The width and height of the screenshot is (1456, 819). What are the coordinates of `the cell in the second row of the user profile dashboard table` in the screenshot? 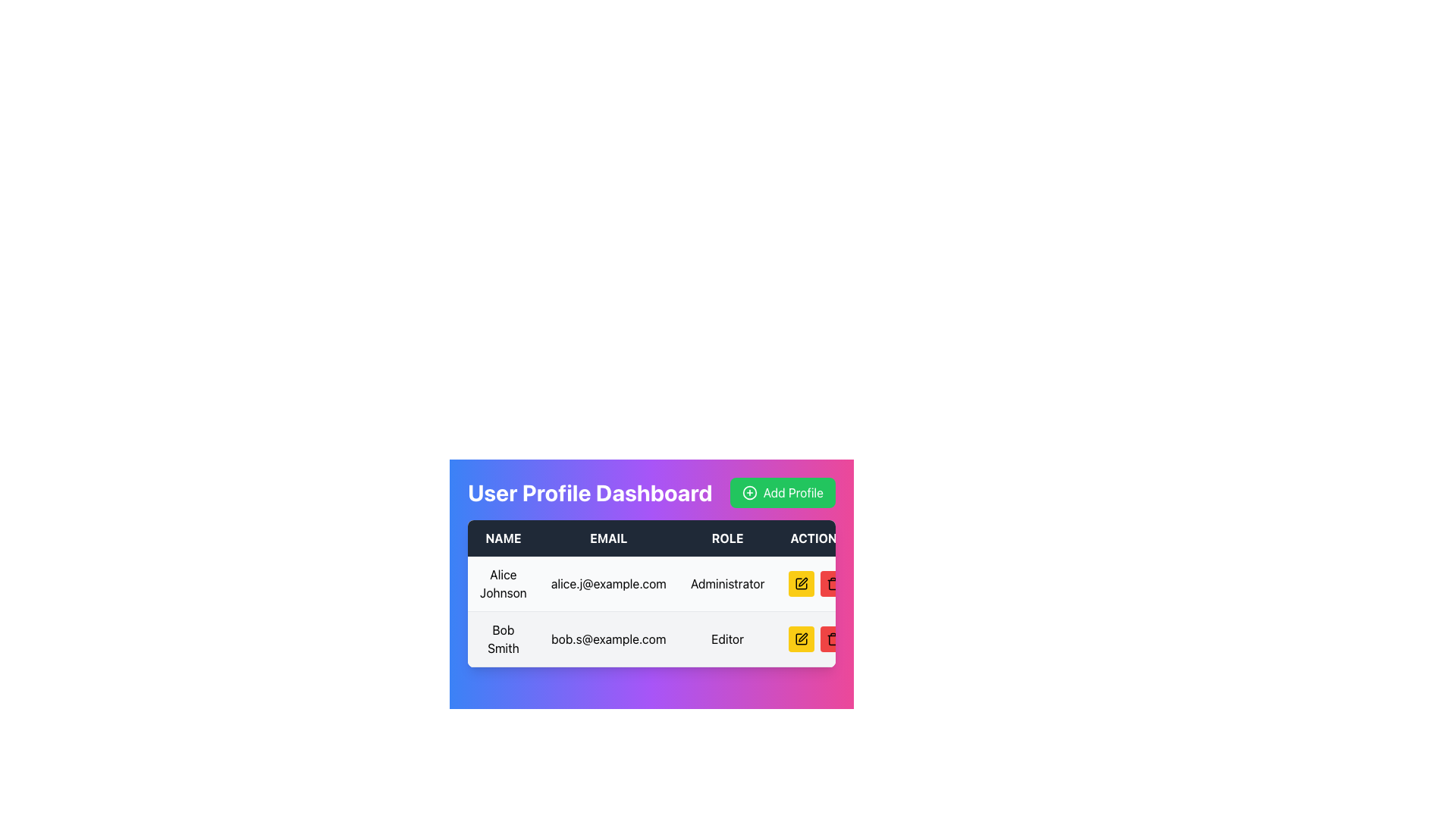 It's located at (663, 610).